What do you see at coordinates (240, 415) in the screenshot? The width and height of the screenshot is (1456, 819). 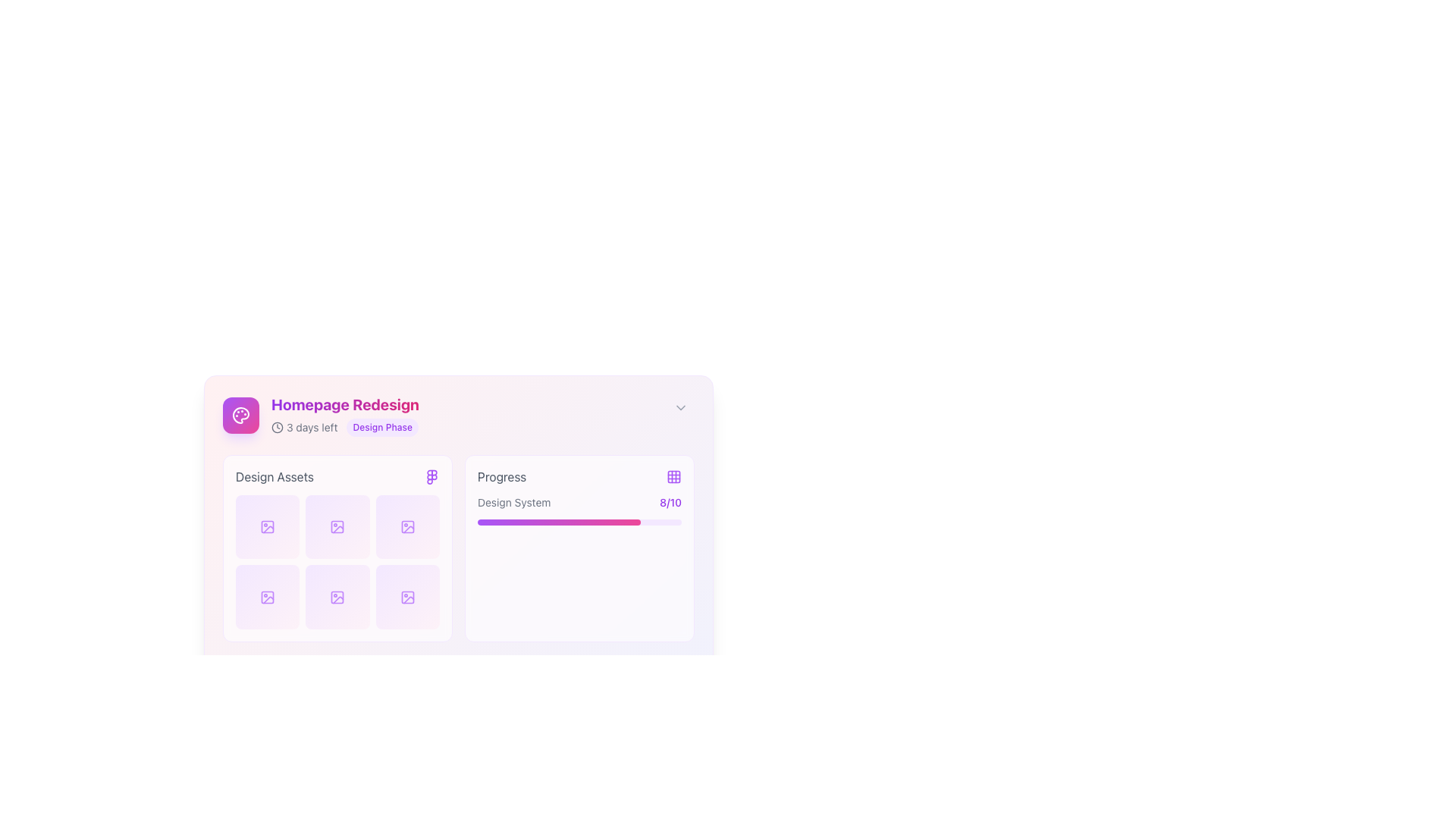 I see `the icon representing the 'Homepage Redesign' section located in the top left corner of the sidebar` at bounding box center [240, 415].